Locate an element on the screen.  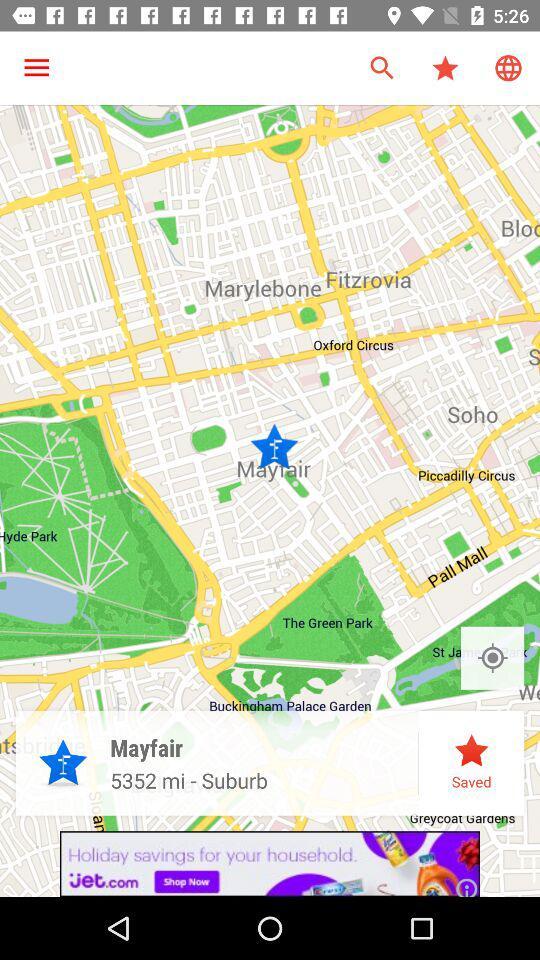
this button shows you your current location is located at coordinates (491, 657).